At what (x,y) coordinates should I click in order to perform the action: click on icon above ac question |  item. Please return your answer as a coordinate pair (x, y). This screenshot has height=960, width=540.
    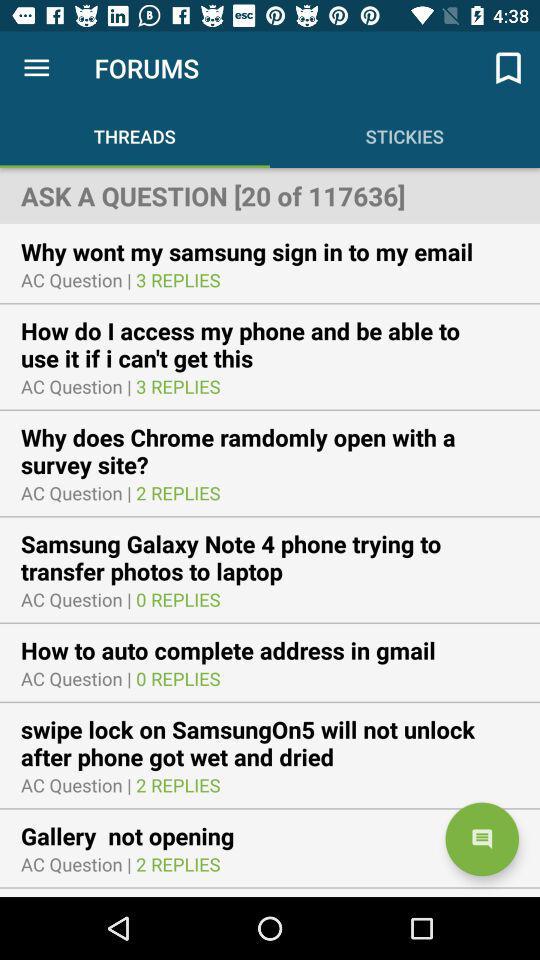
    Looking at the image, I should click on (139, 836).